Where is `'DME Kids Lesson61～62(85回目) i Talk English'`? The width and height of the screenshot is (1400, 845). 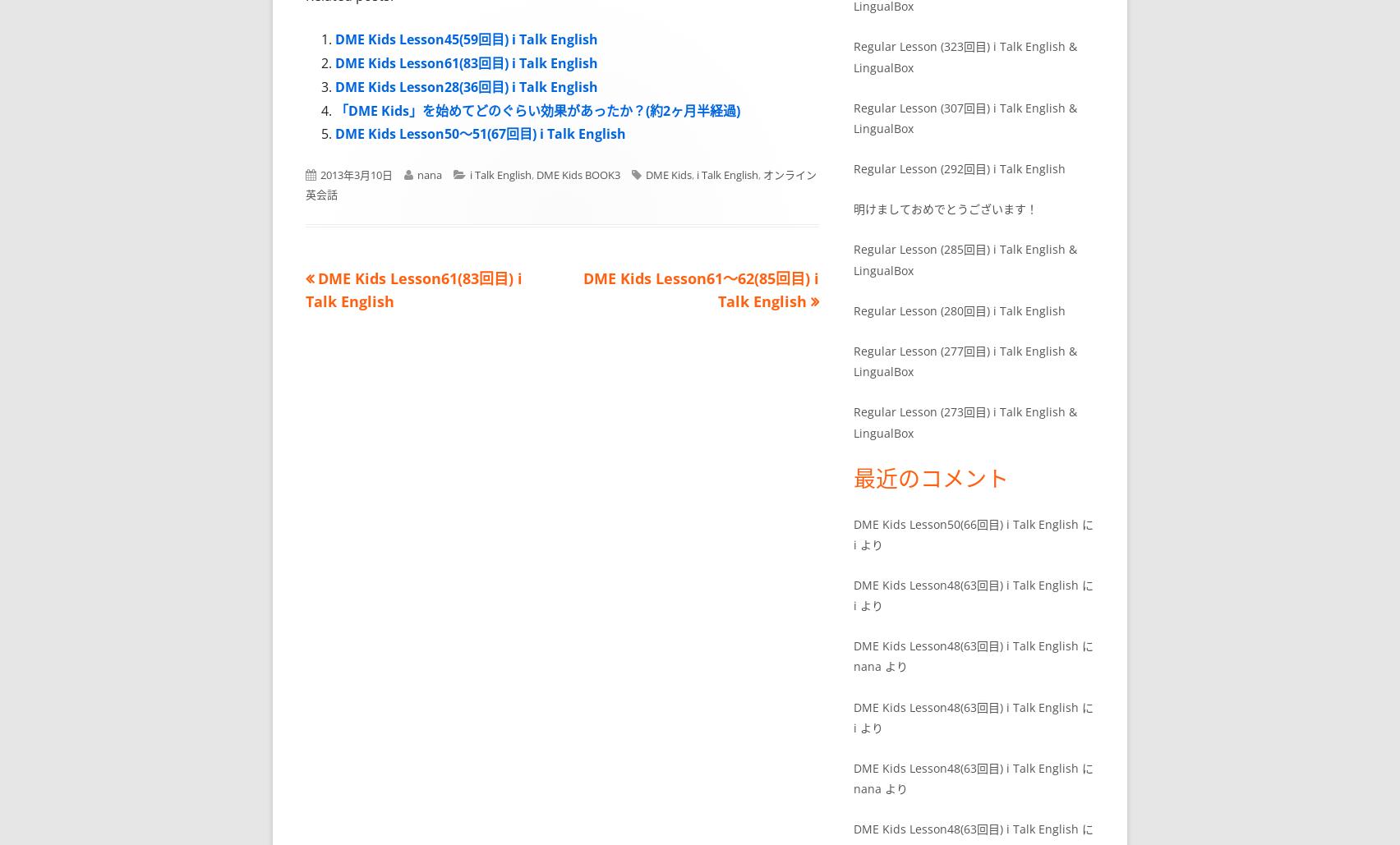
'DME Kids Lesson61～62(85回目) i Talk English' is located at coordinates (700, 289).